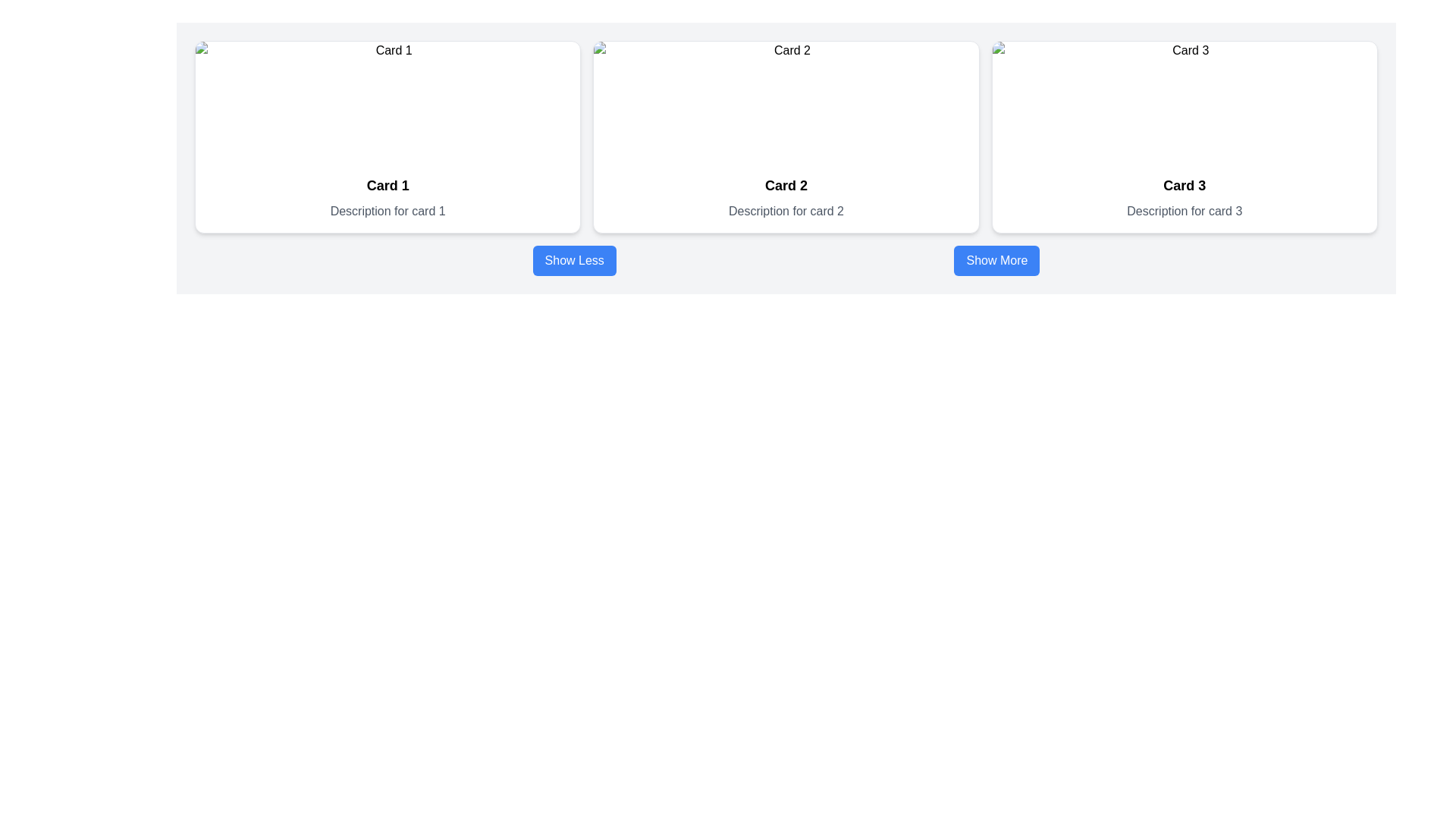 Image resolution: width=1456 pixels, height=819 pixels. I want to click on descriptive text content block related to the first card in the grid, positioned below the 'Card 1' image, so click(388, 197).